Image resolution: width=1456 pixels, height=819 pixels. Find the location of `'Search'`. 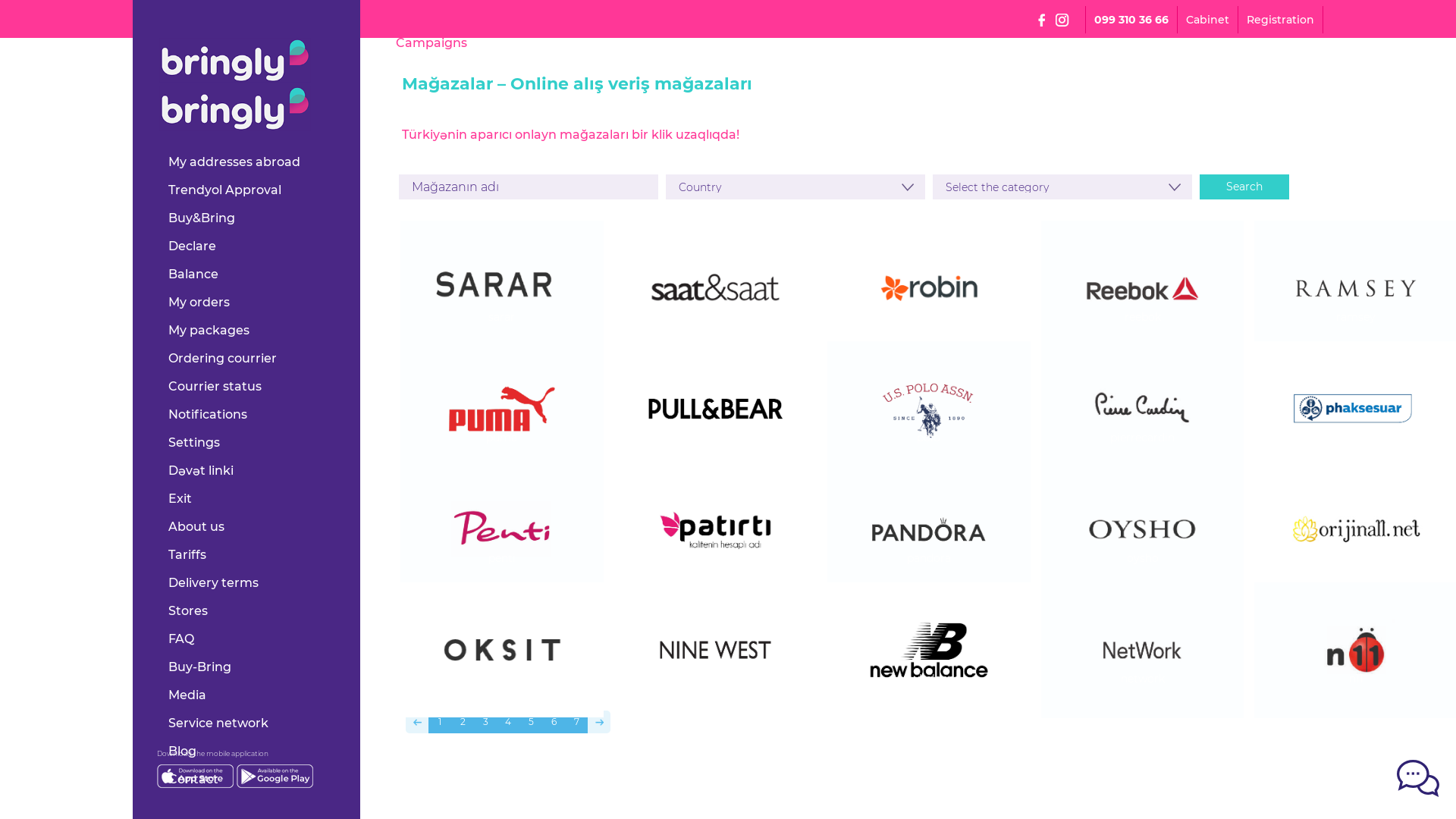

'Search' is located at coordinates (1244, 186).